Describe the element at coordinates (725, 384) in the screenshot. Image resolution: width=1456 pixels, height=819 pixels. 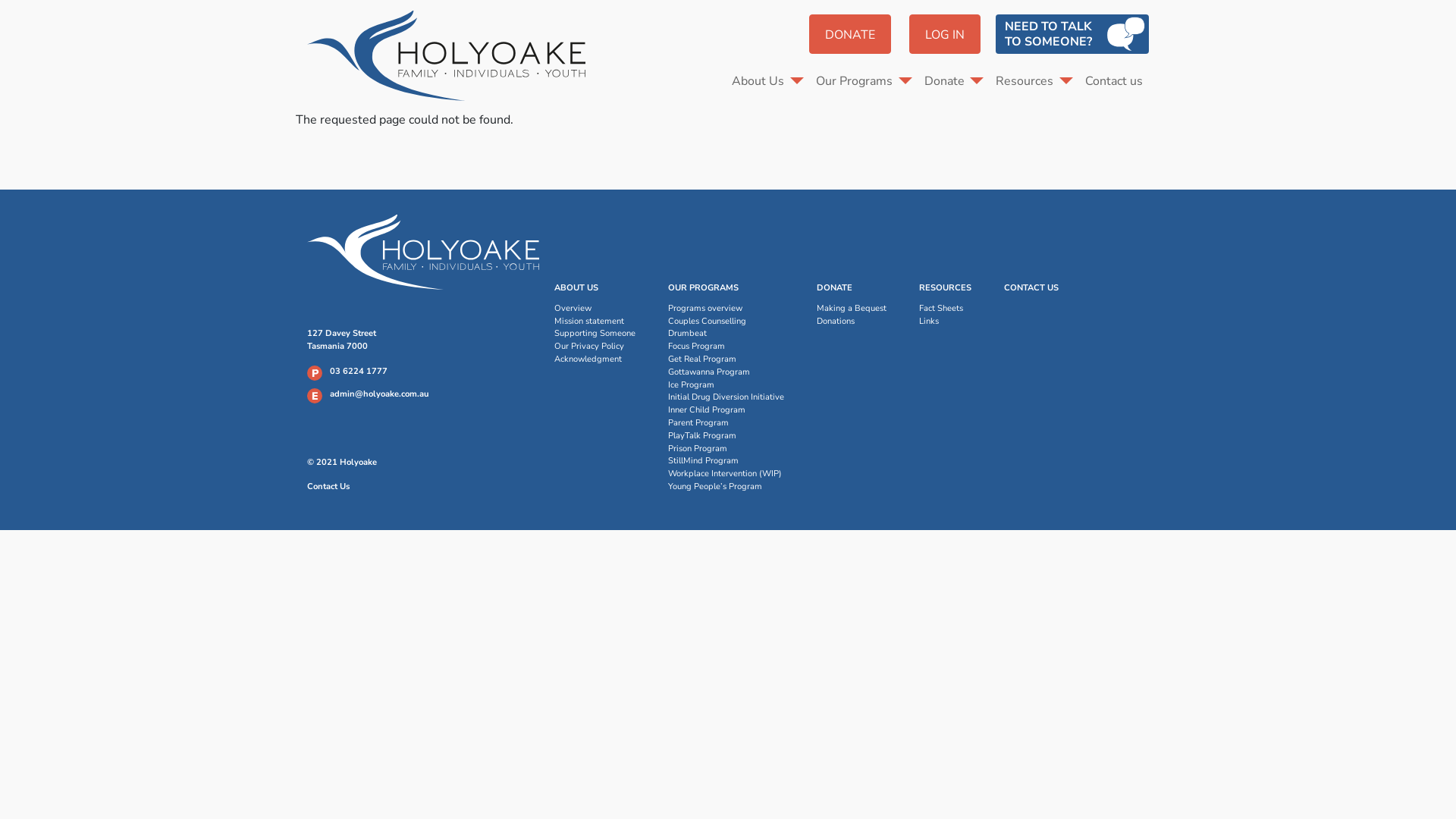
I see `'Ice Program'` at that location.